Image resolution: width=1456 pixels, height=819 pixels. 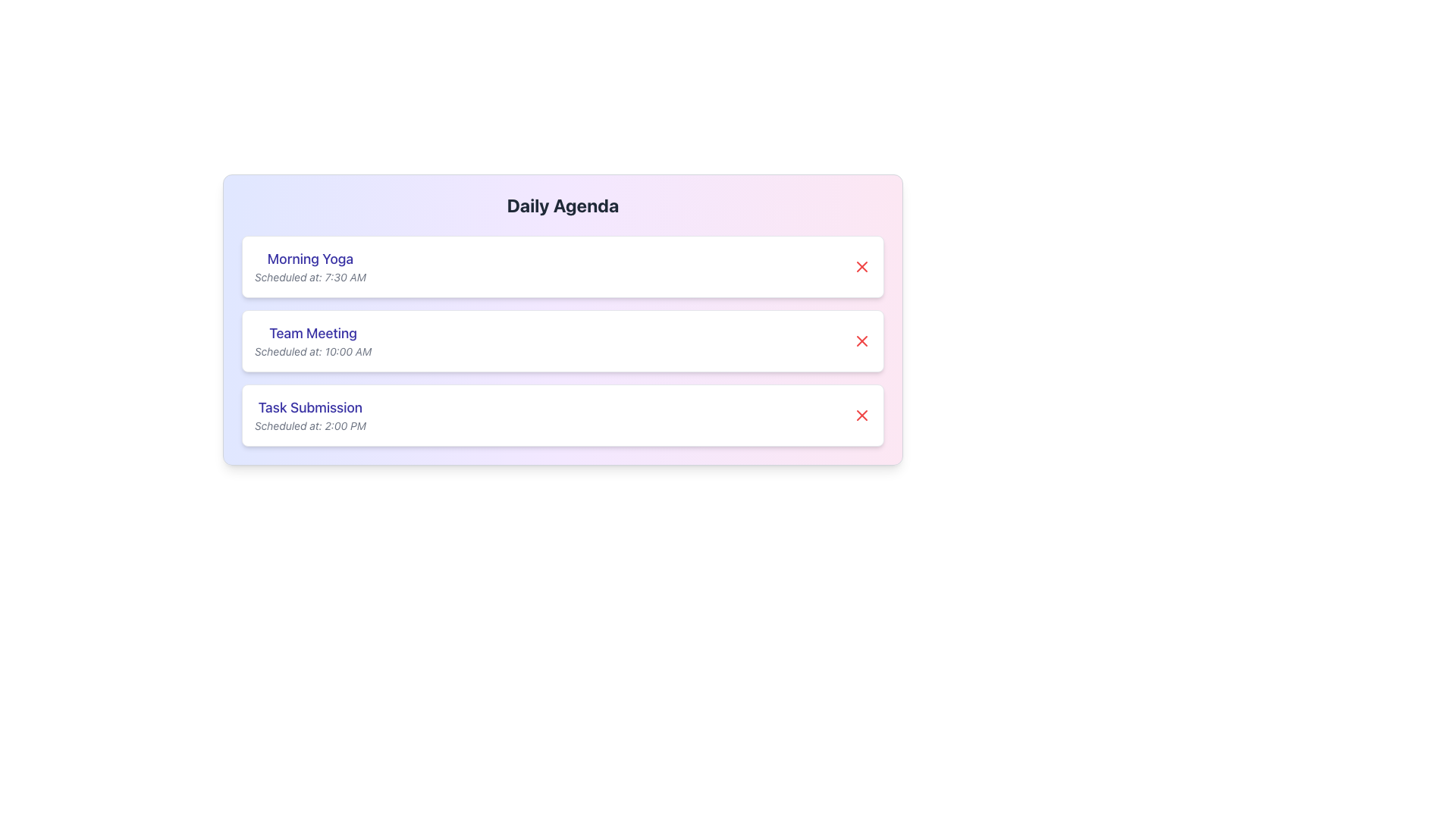 I want to click on the text label element that serves as the title for the 'Morning Yoga' scheduled event, located in the first card of the vertical list, so click(x=309, y=259).